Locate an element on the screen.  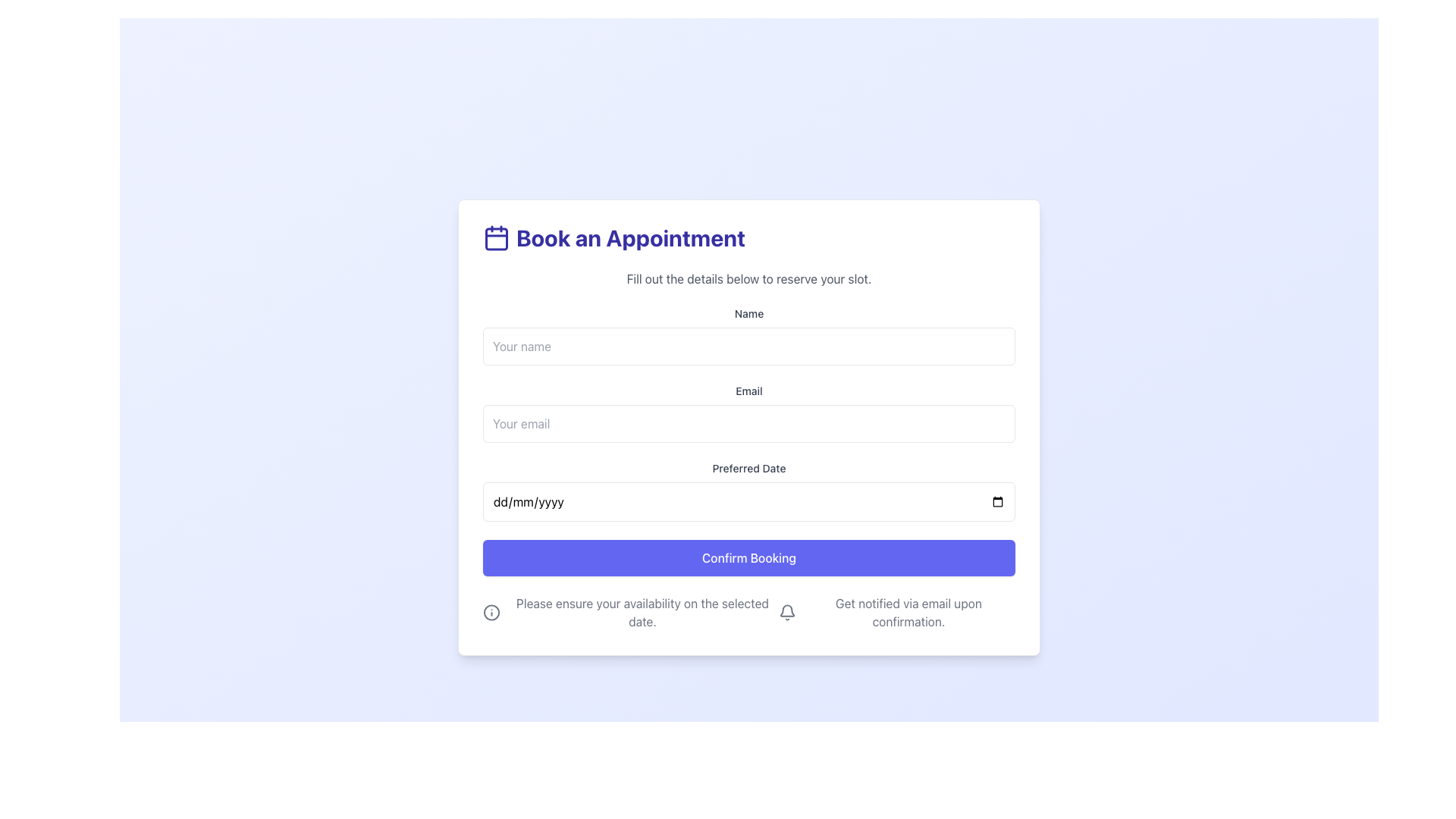
the notification indicator located in the lower right section of the interface to read the information it displays about email updates related to confirmations is located at coordinates (896, 611).